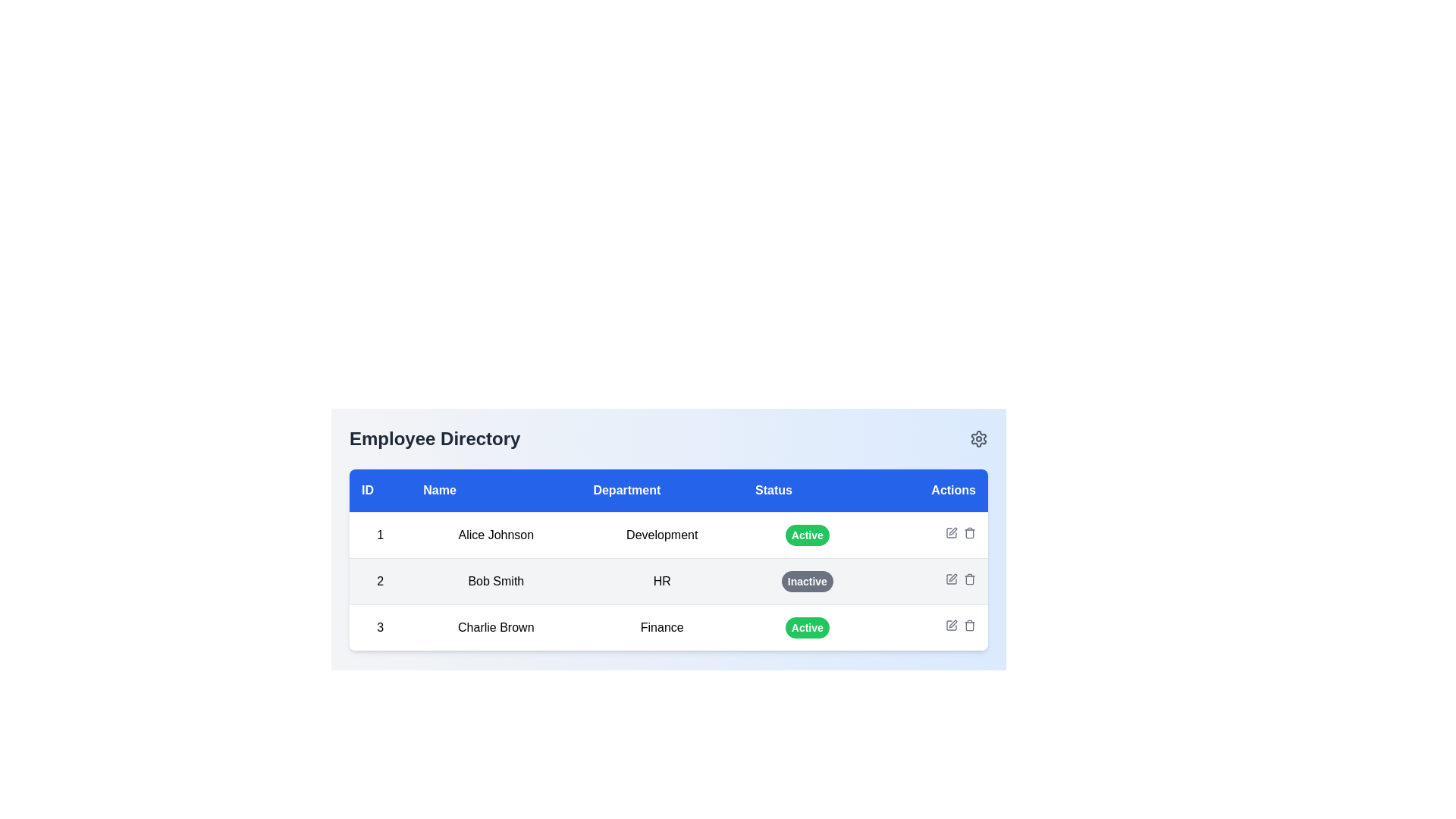 The height and width of the screenshot is (819, 1456). What do you see at coordinates (950, 532) in the screenshot?
I see `the 'edit' button located in the 'Actions' column of the second row of the table` at bounding box center [950, 532].